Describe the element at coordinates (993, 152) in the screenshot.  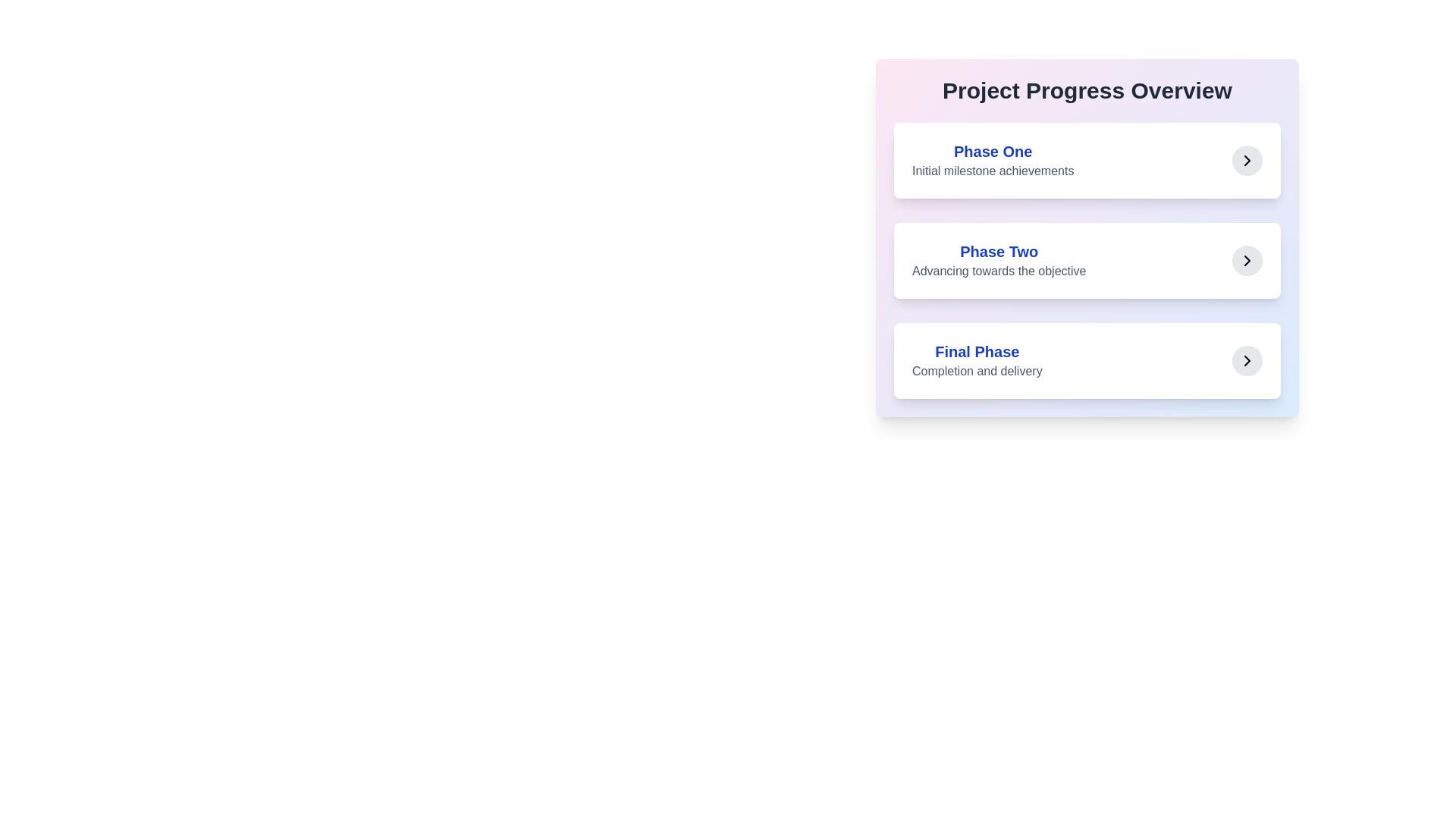
I see `the bold blue text reading 'Phase One' located at the top of the first card in the vertical stack under the 'Project Progress Overview' title` at that location.